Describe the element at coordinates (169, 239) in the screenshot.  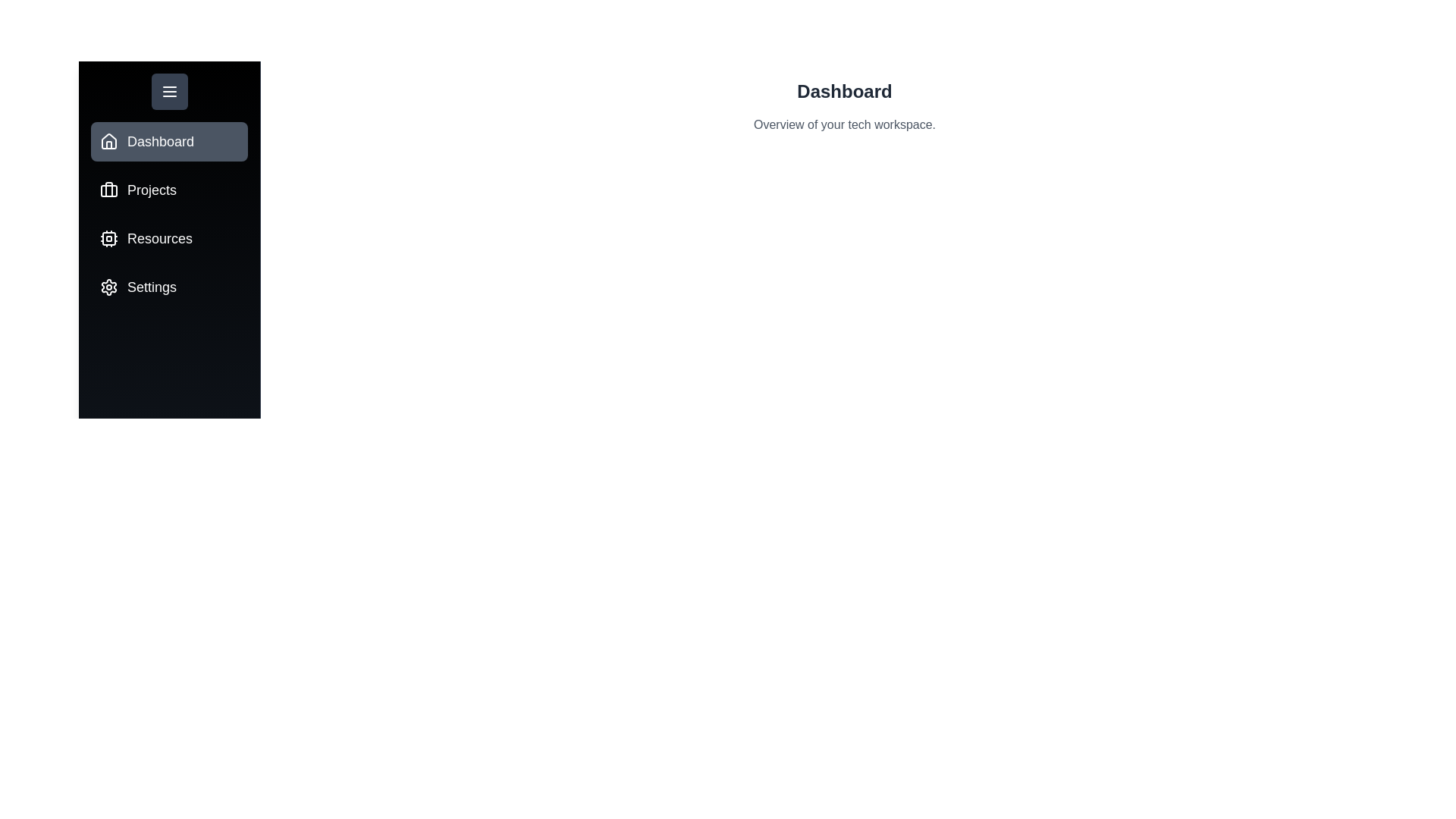
I see `the tab Resources from the available options` at that location.